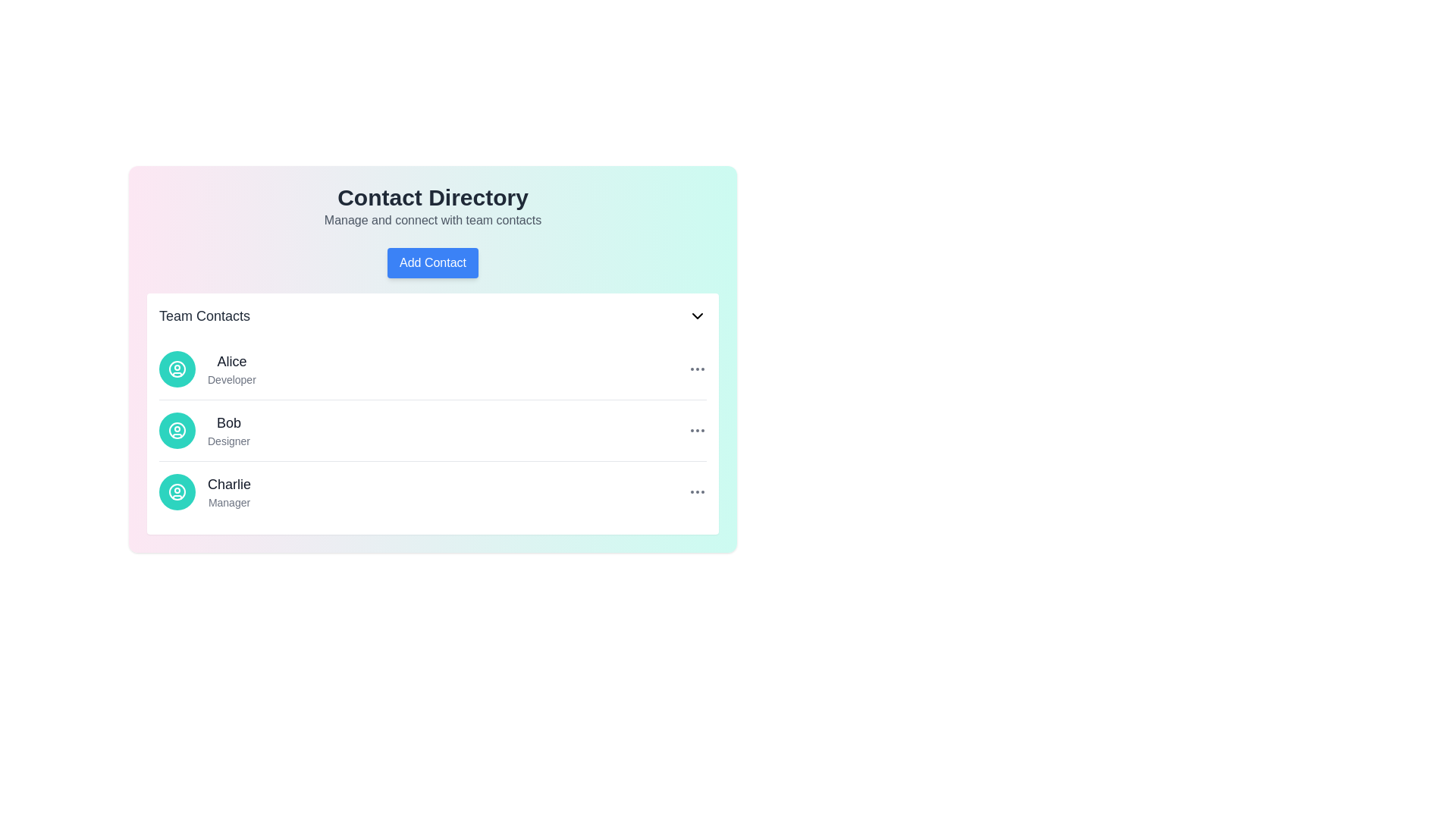  Describe the element at coordinates (177, 430) in the screenshot. I see `the circular icon with a teal background and white user silhouette symbol, located in the 'Team Contacts' section, second in the list next to 'Bob' and 'Designer'` at that location.